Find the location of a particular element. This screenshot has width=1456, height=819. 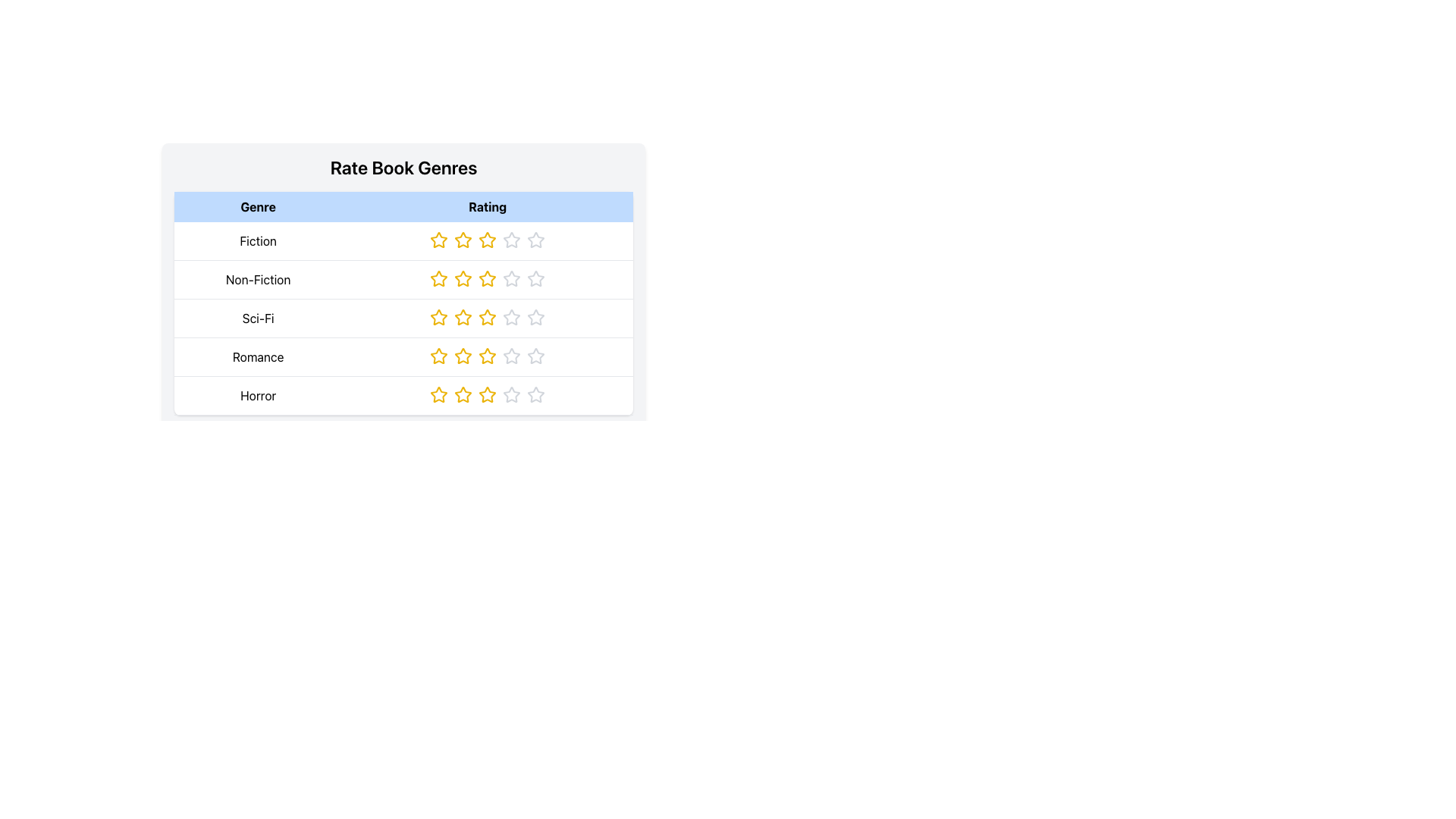

the third star icon in the row of five stars under the 'Fiction' genre to assign a rating is located at coordinates (488, 239).